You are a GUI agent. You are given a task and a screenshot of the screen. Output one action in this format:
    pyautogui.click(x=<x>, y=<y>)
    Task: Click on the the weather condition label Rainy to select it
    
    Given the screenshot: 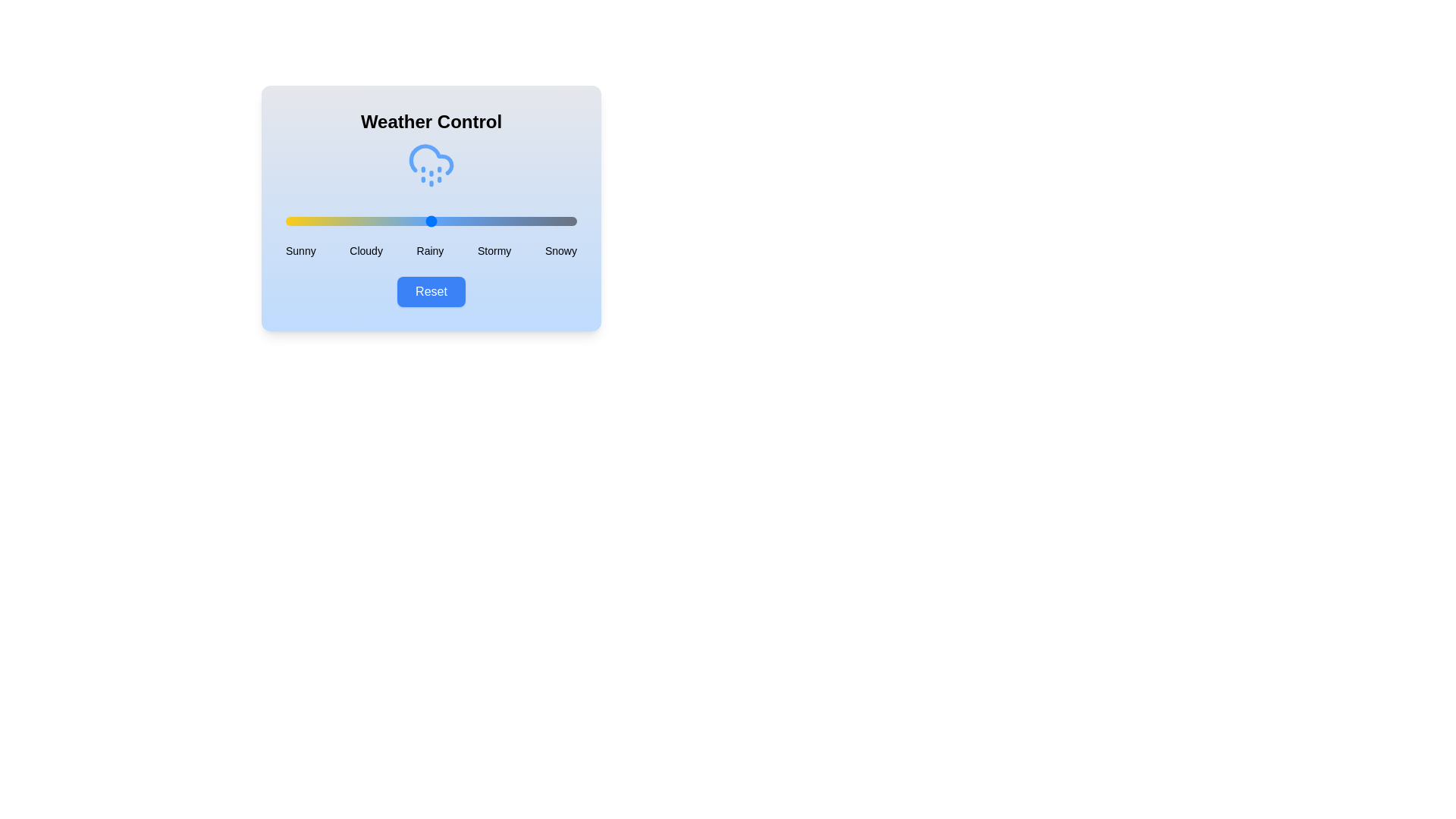 What is the action you would take?
    pyautogui.click(x=428, y=250)
    